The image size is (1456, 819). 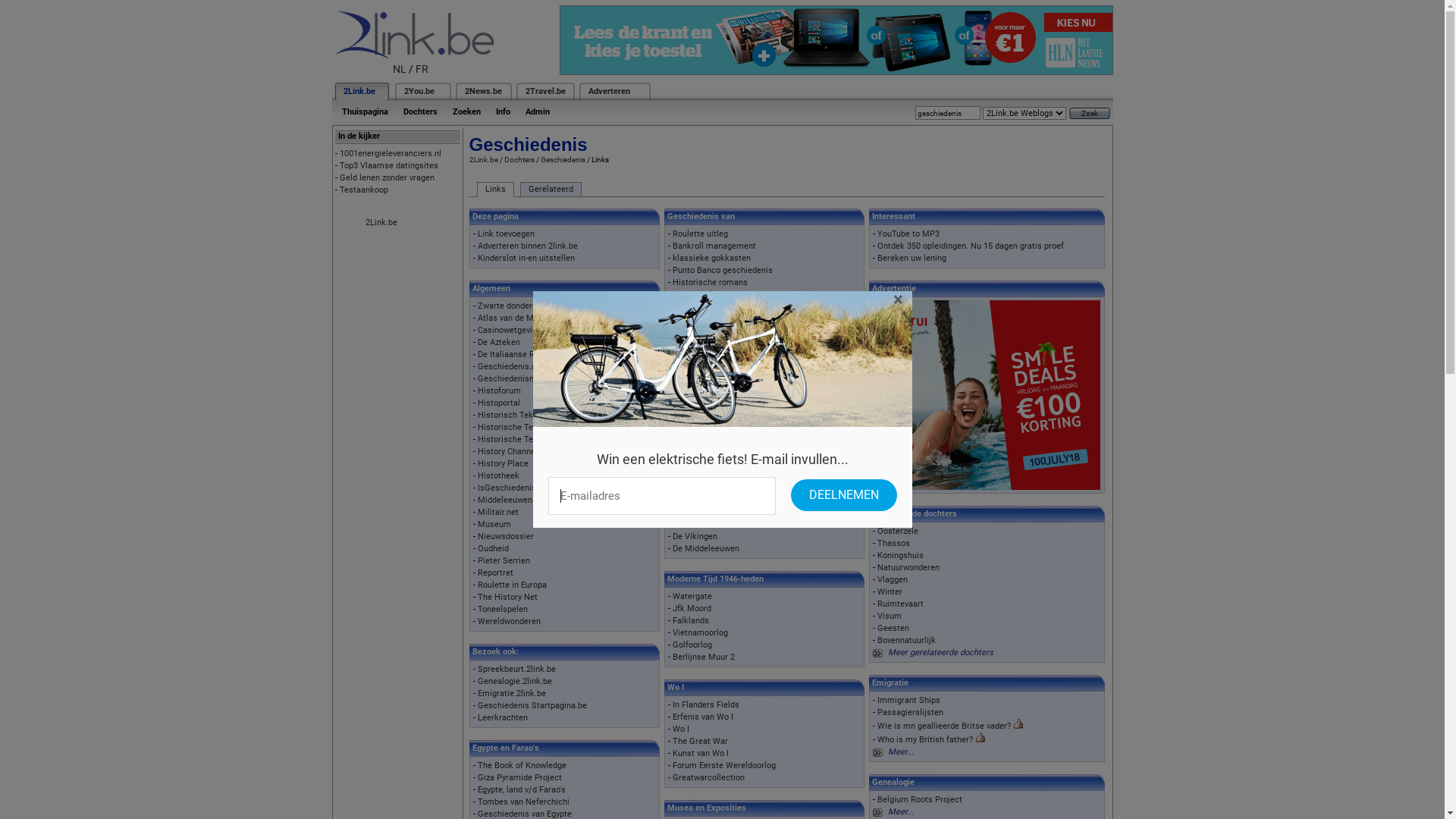 I want to click on 'Tombes van Neferchichi', so click(x=523, y=801).